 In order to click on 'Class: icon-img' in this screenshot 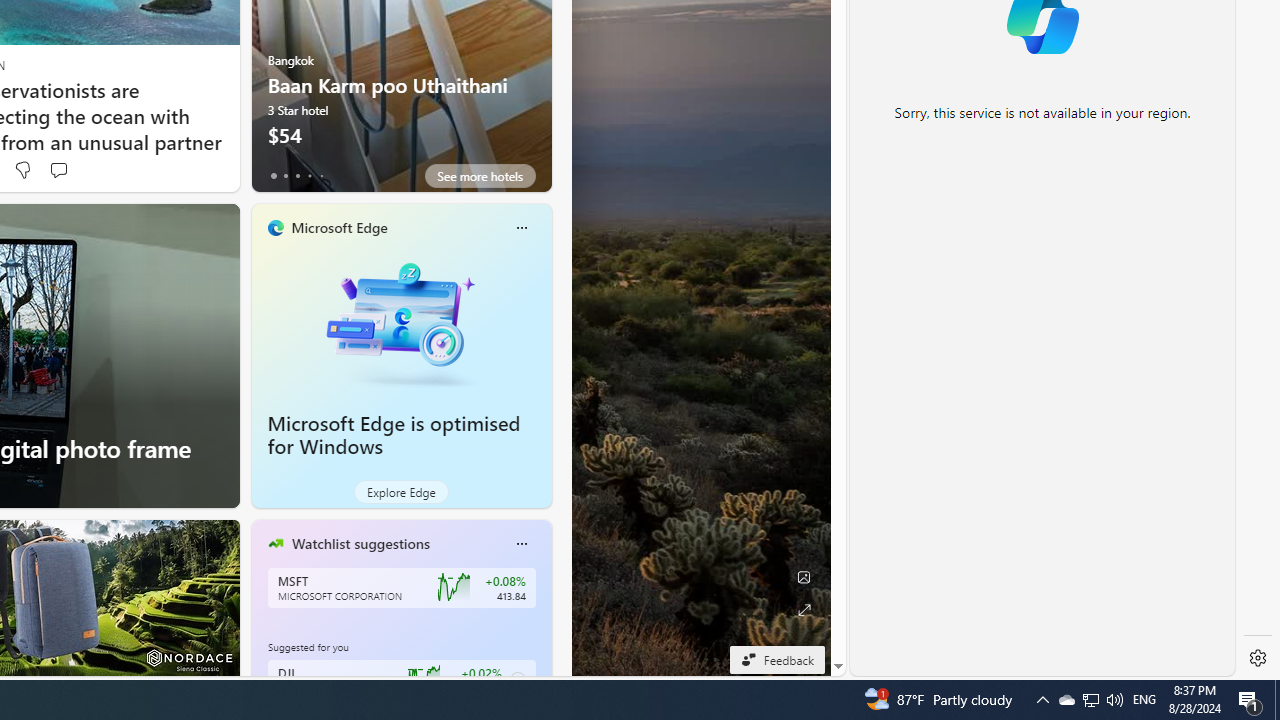, I will do `click(521, 543)`.